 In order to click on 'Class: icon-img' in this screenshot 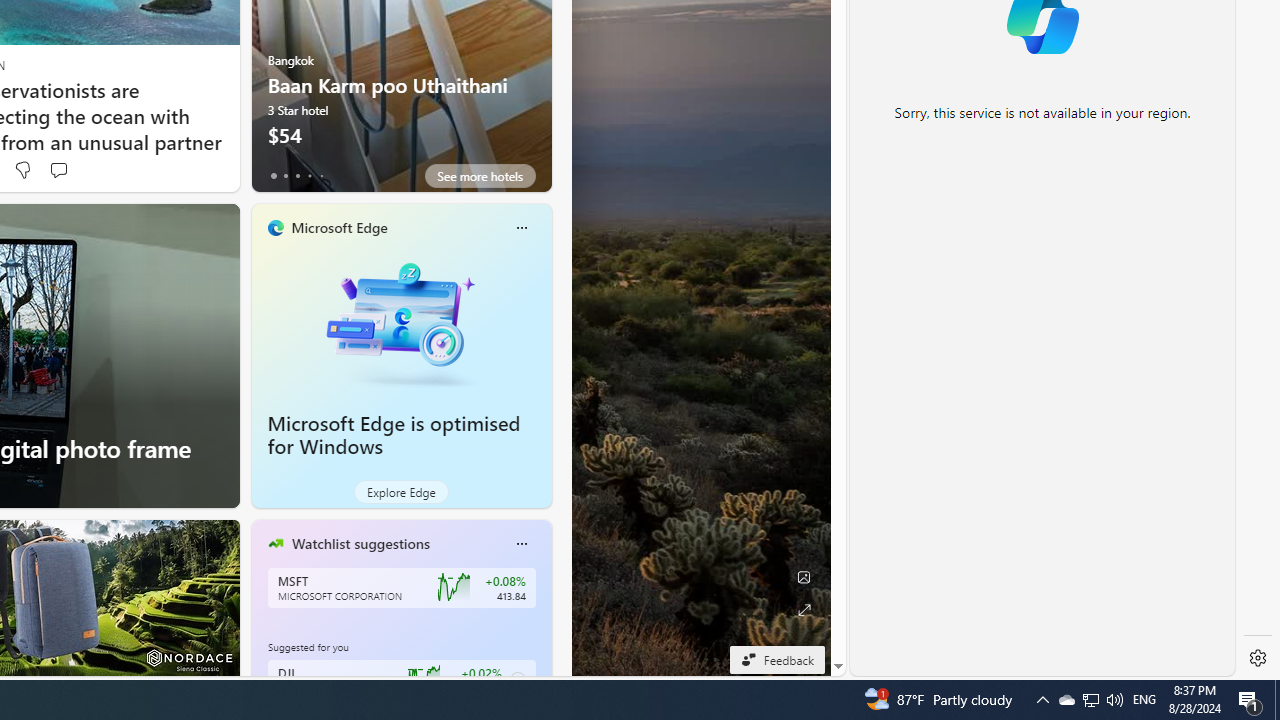, I will do `click(521, 543)`.